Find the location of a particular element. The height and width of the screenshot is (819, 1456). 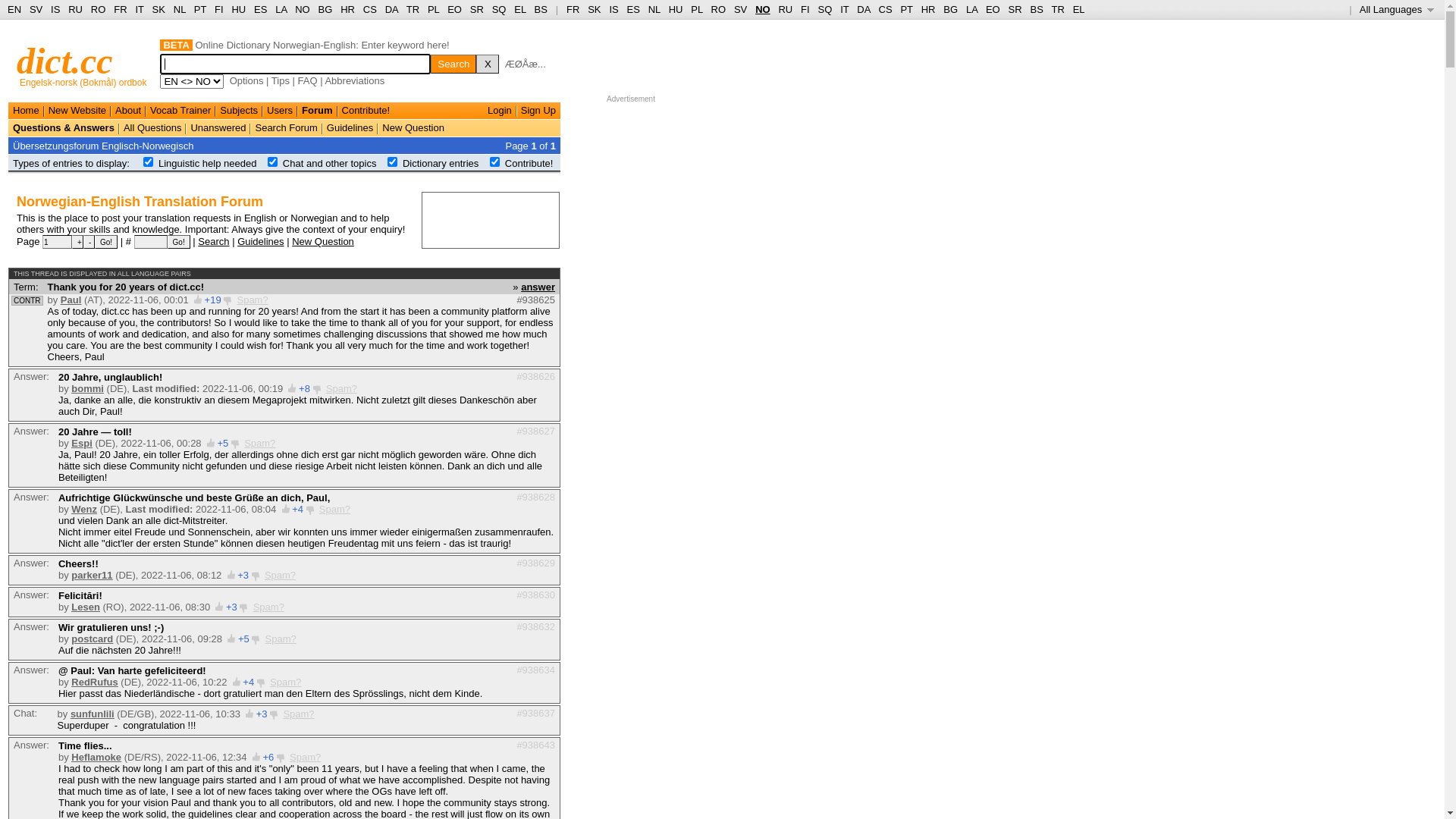

'#938632' is located at coordinates (535, 626).